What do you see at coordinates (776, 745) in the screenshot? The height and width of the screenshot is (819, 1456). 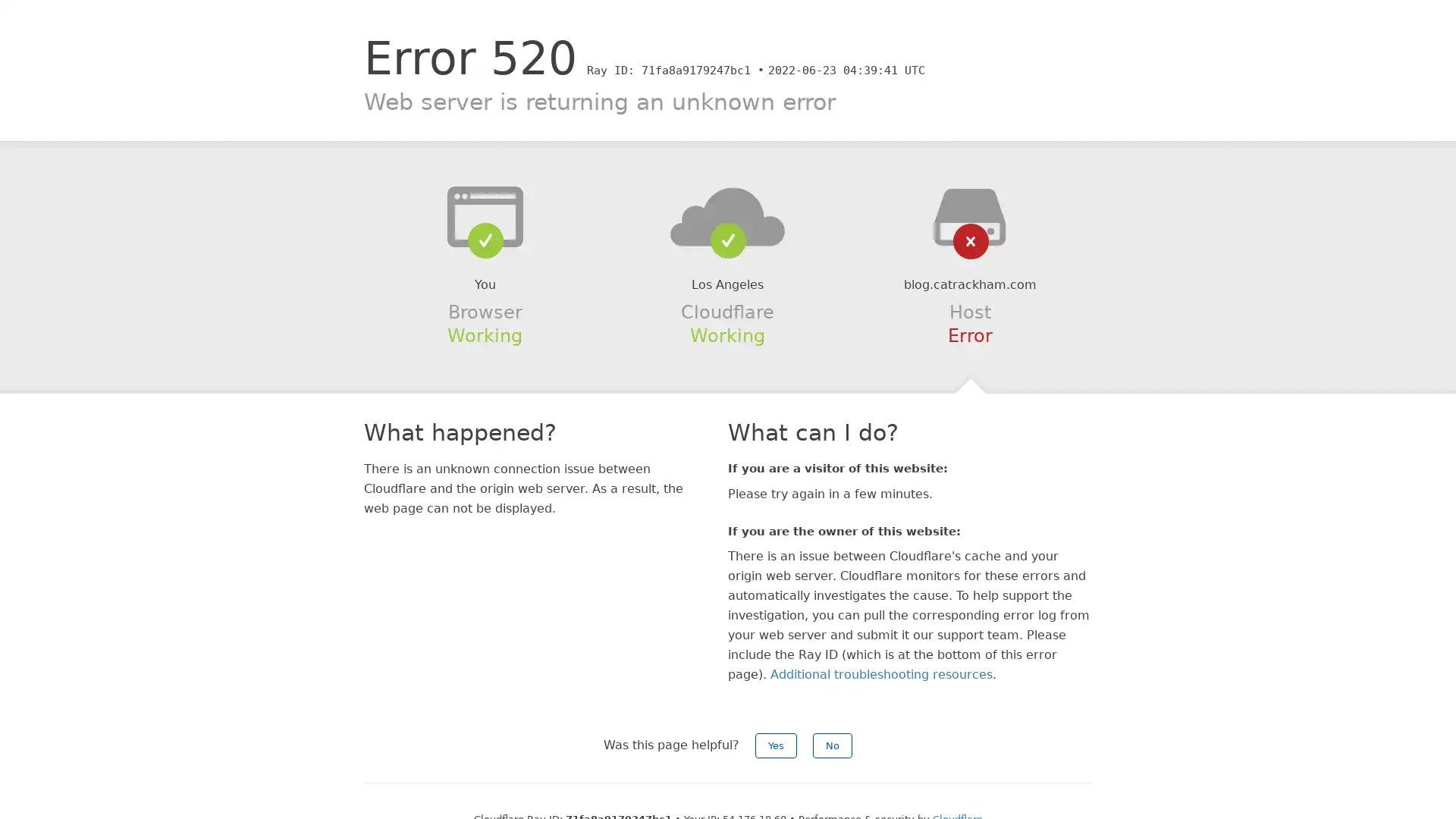 I see `Yes` at bounding box center [776, 745].